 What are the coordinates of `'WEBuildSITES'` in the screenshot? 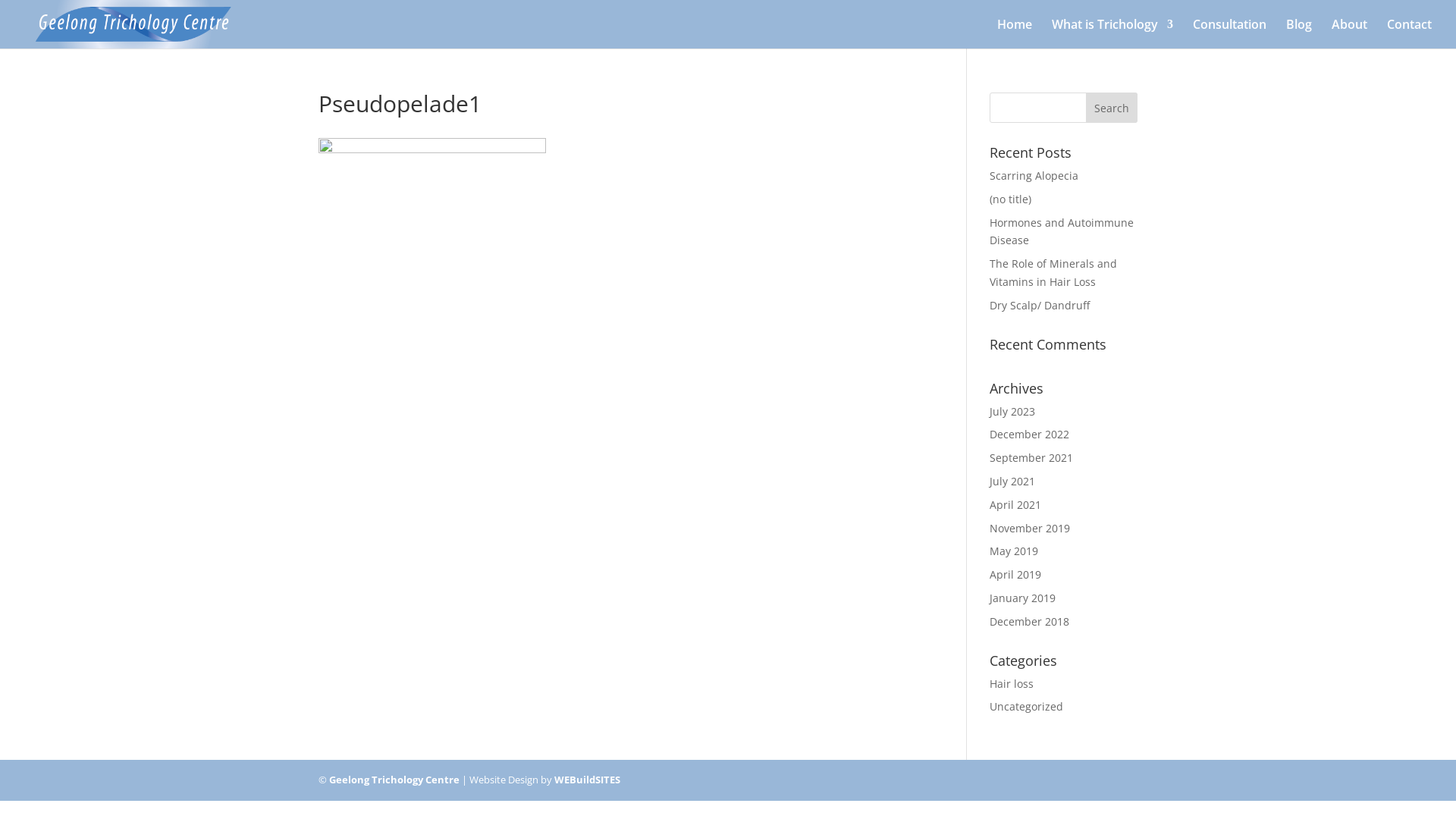 It's located at (586, 780).